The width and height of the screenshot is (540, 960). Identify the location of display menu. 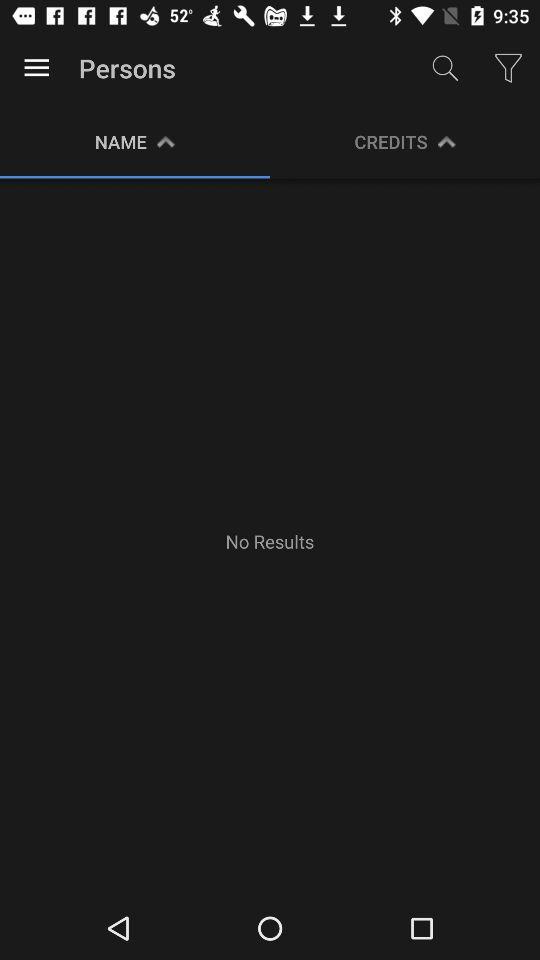
(36, 68).